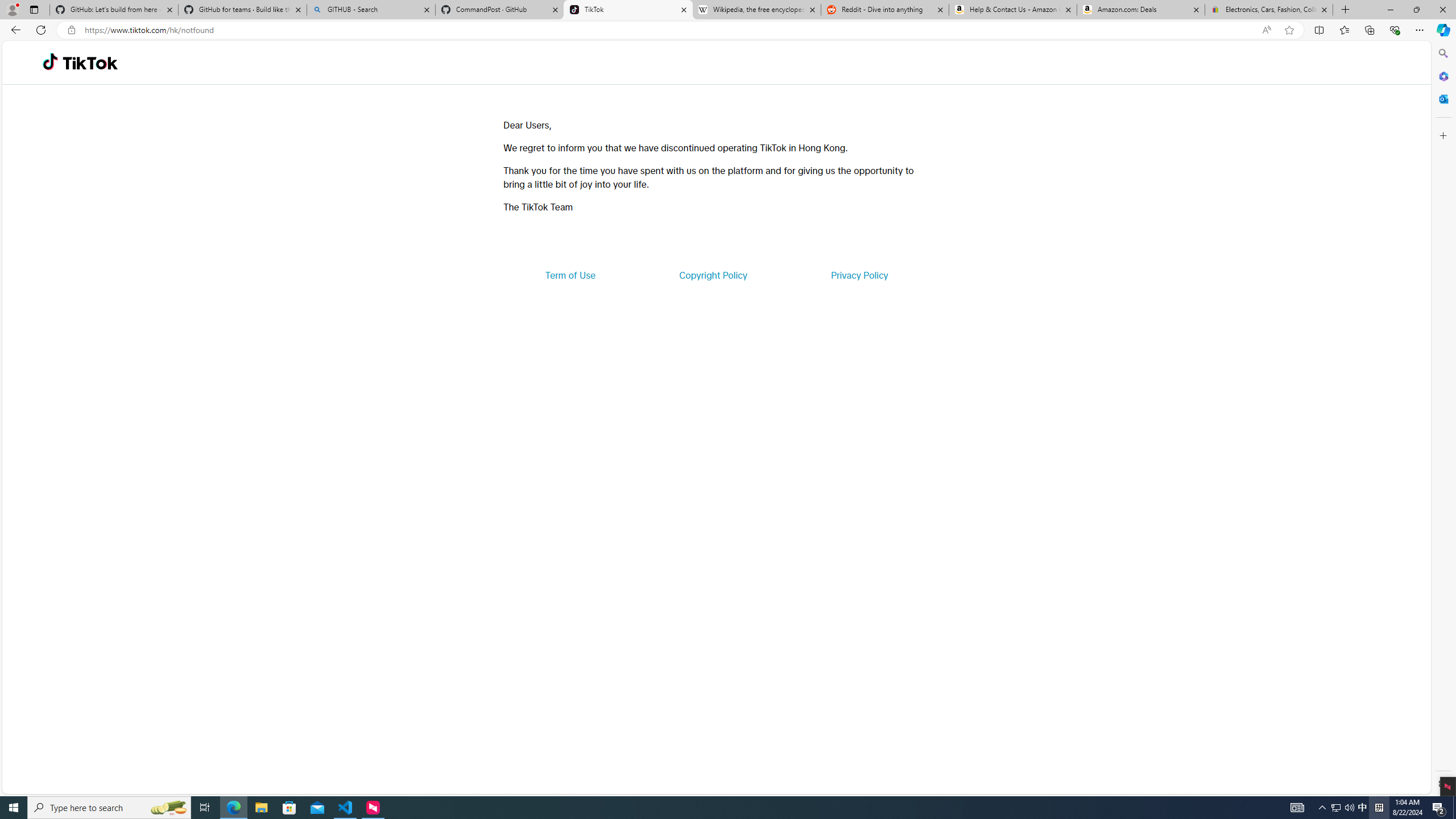 This screenshot has height=819, width=1456. Describe the element at coordinates (570, 274) in the screenshot. I see `'Term of Use'` at that location.